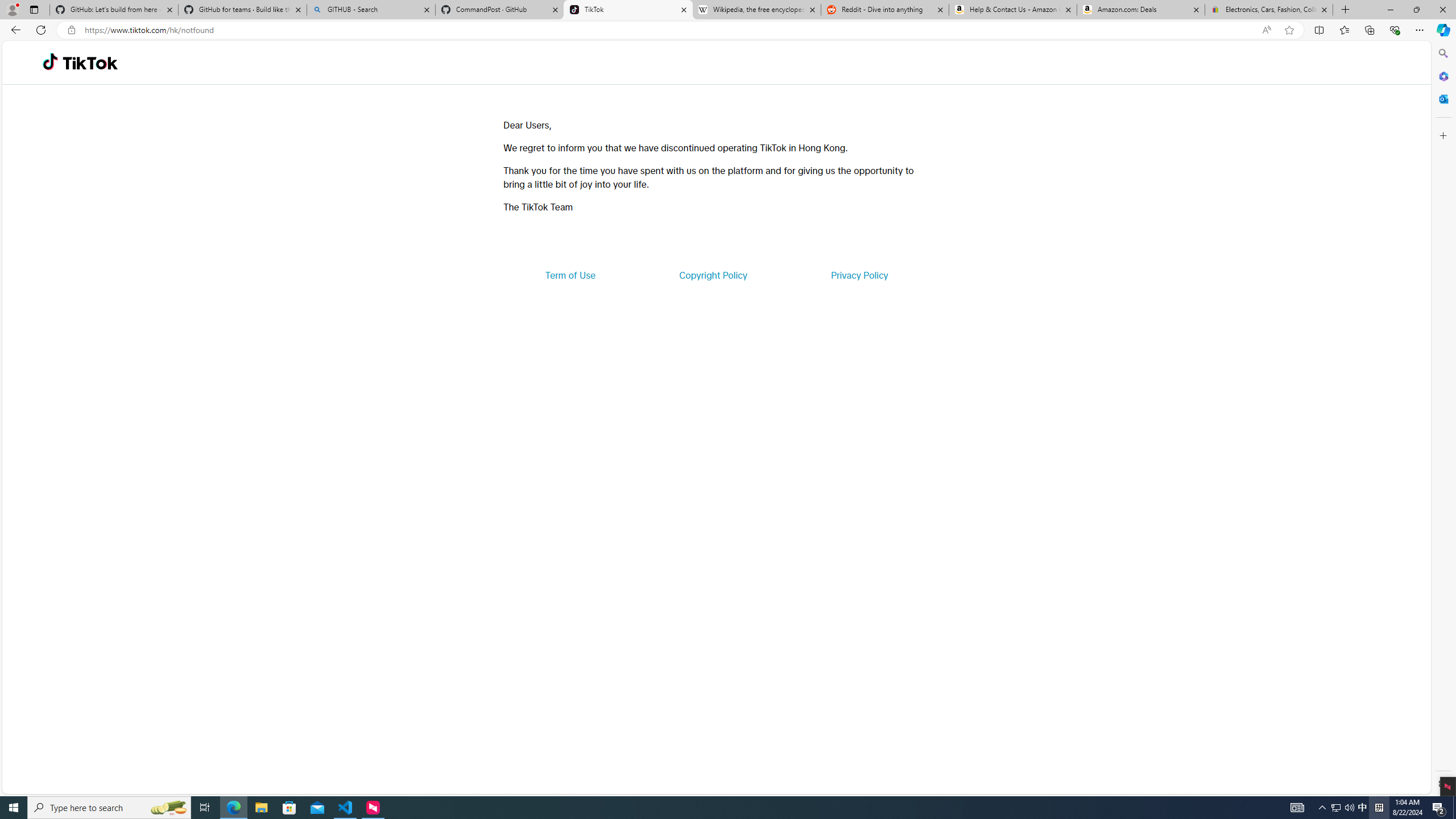 This screenshot has height=819, width=1456. Describe the element at coordinates (570, 274) in the screenshot. I see `'Term of Use'` at that location.